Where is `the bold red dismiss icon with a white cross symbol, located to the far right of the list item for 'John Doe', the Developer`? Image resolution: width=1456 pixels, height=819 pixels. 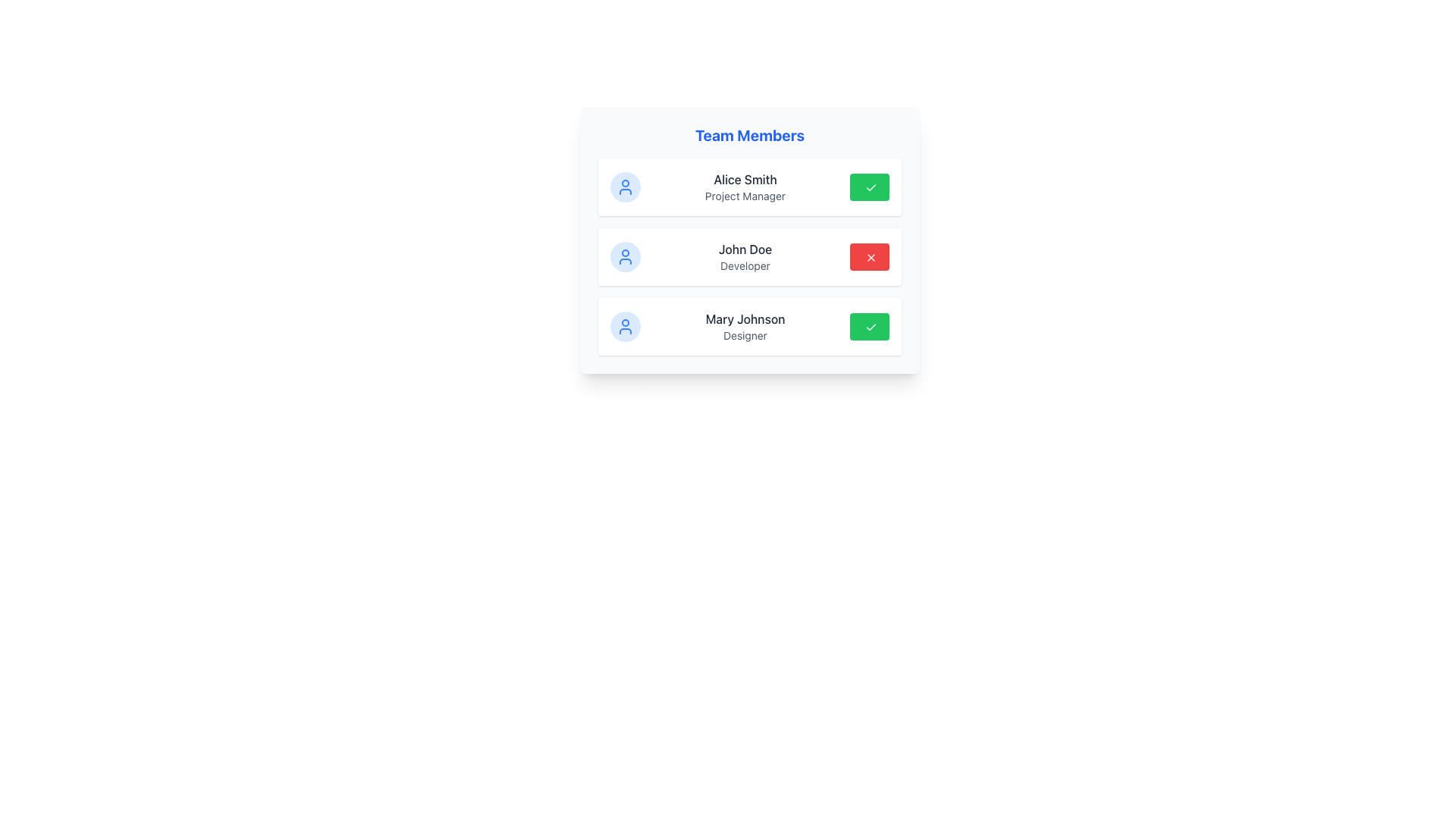 the bold red dismiss icon with a white cross symbol, located to the far right of the list item for 'John Doe', the Developer is located at coordinates (871, 256).